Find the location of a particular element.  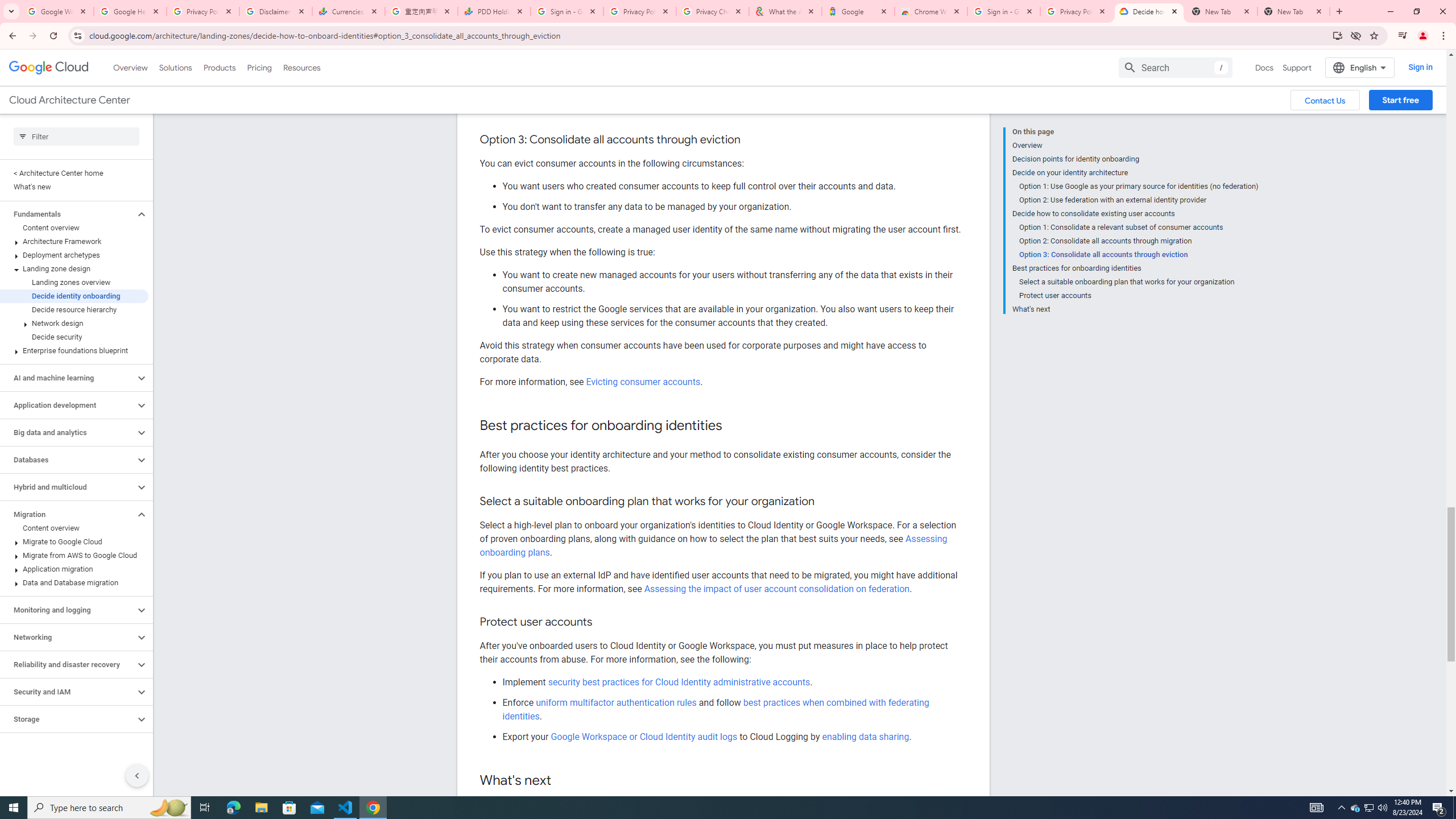

'Security and IAM' is located at coordinates (67, 691).